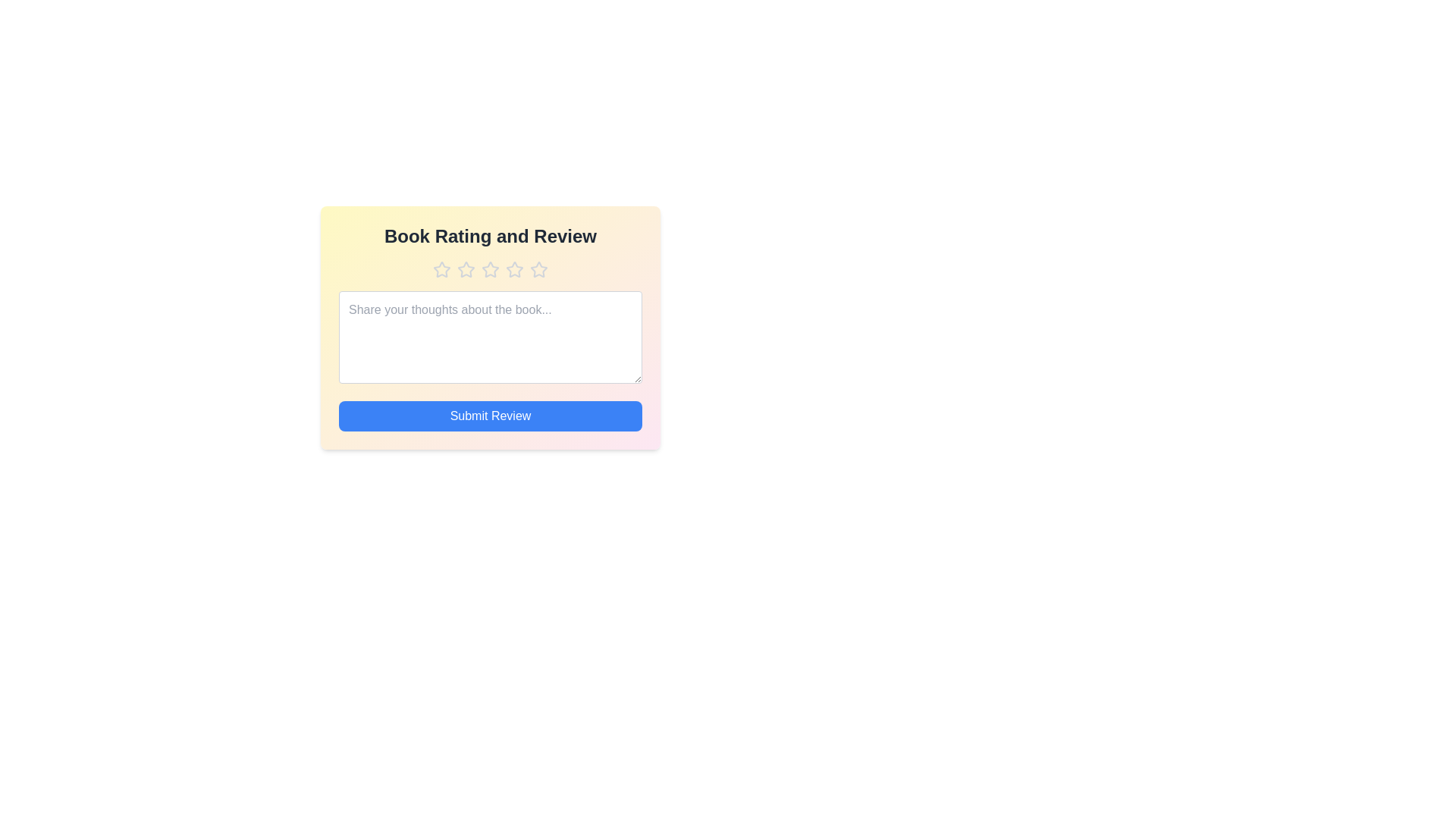 This screenshot has width=1456, height=819. What do you see at coordinates (491, 268) in the screenshot?
I see `the book rating to 3 stars by clicking on the corresponding star` at bounding box center [491, 268].